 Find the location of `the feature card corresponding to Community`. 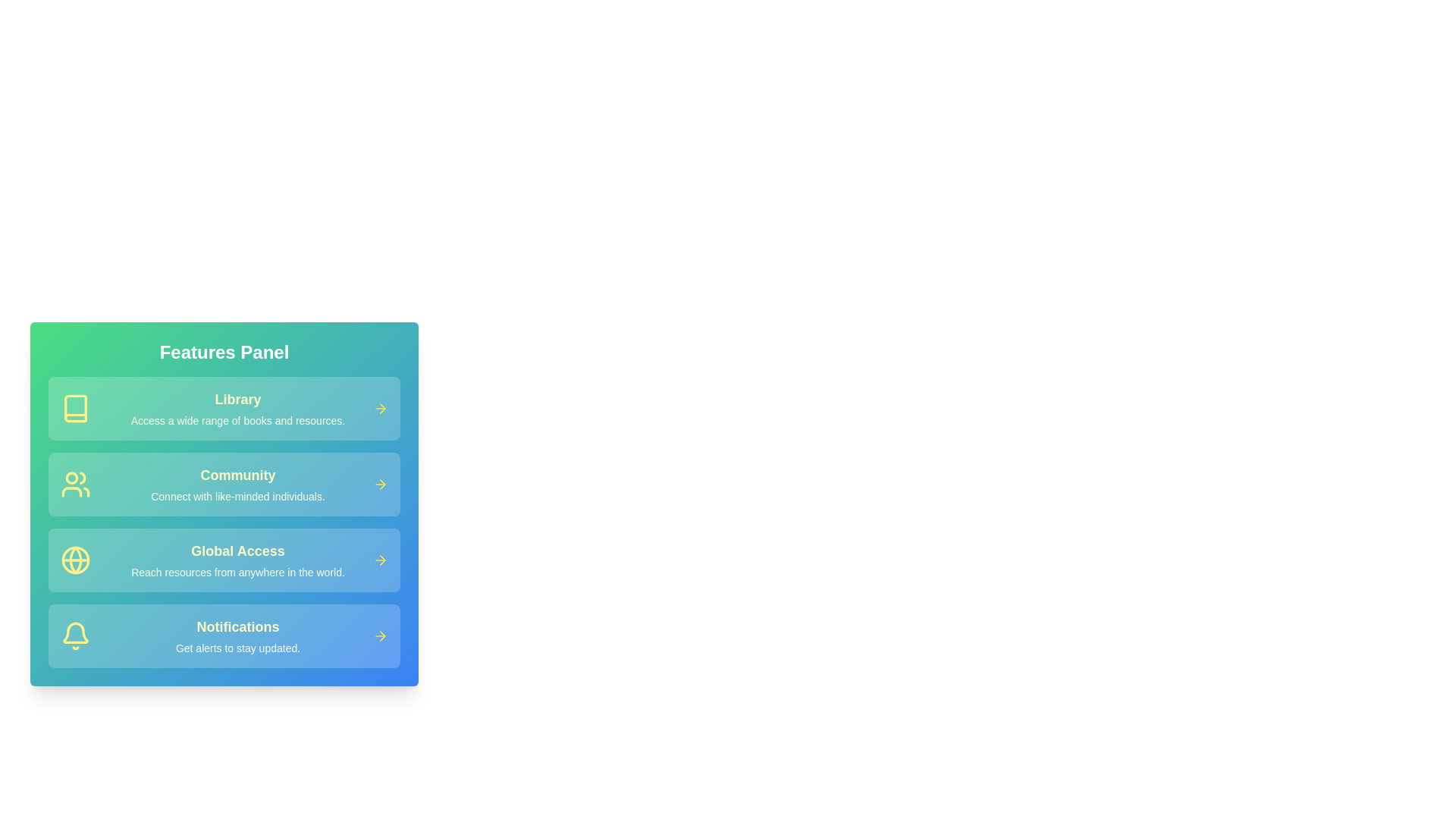

the feature card corresponding to Community is located at coordinates (224, 485).